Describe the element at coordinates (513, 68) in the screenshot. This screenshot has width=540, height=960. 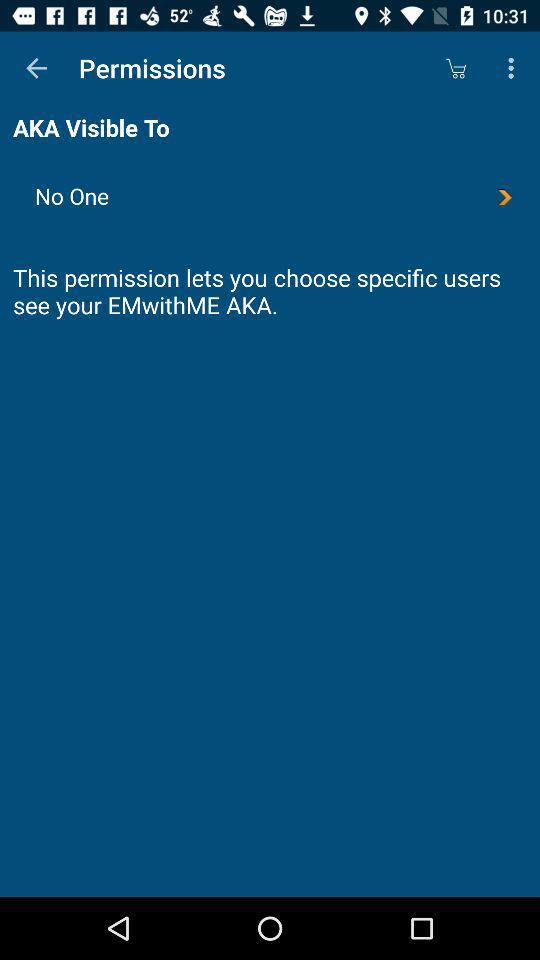
I see `the item above the no one icon` at that location.